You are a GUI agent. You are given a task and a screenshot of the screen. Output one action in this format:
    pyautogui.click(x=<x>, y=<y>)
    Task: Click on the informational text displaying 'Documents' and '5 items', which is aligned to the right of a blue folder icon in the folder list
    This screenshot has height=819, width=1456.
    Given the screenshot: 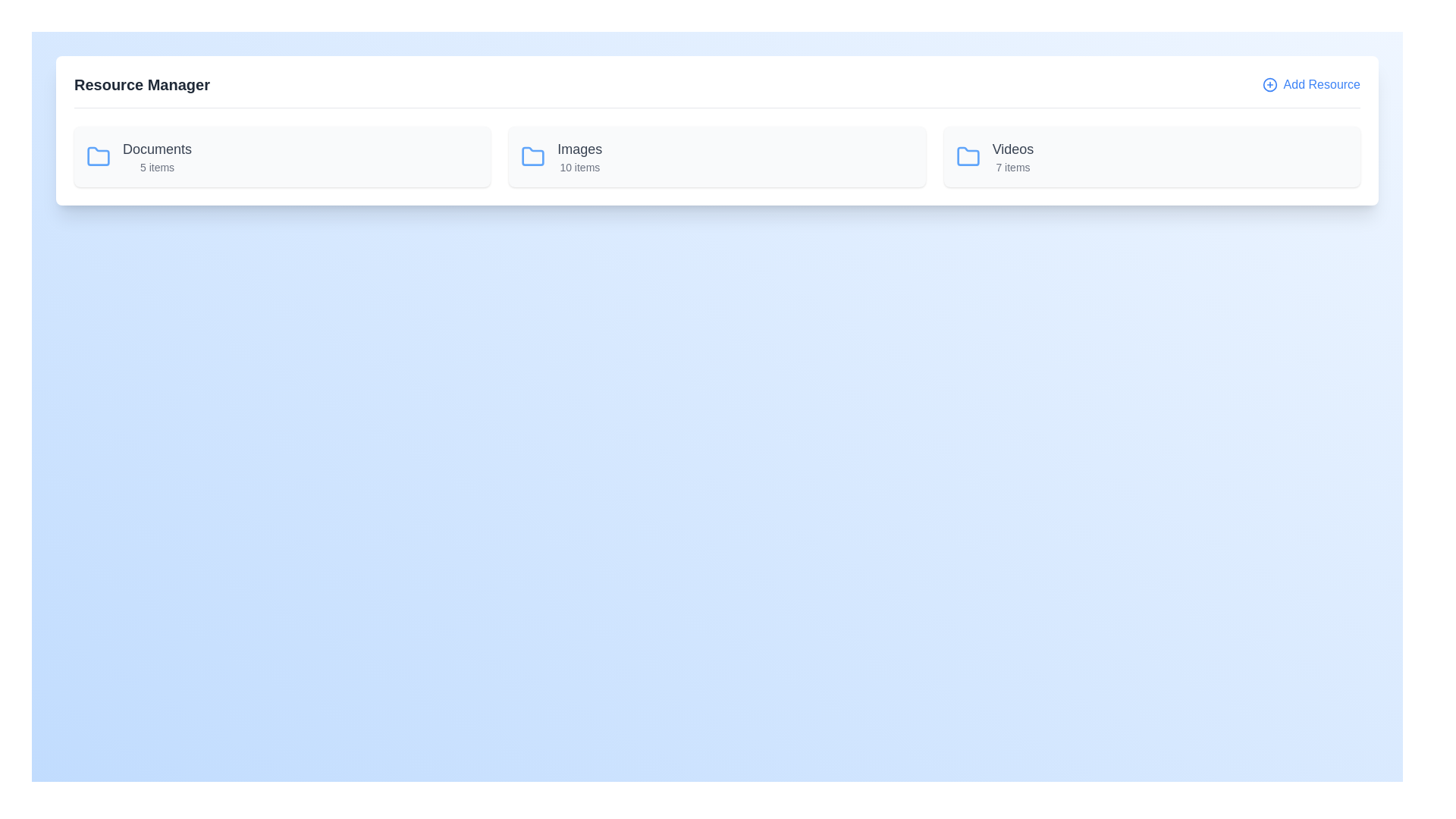 What is the action you would take?
    pyautogui.click(x=157, y=157)
    